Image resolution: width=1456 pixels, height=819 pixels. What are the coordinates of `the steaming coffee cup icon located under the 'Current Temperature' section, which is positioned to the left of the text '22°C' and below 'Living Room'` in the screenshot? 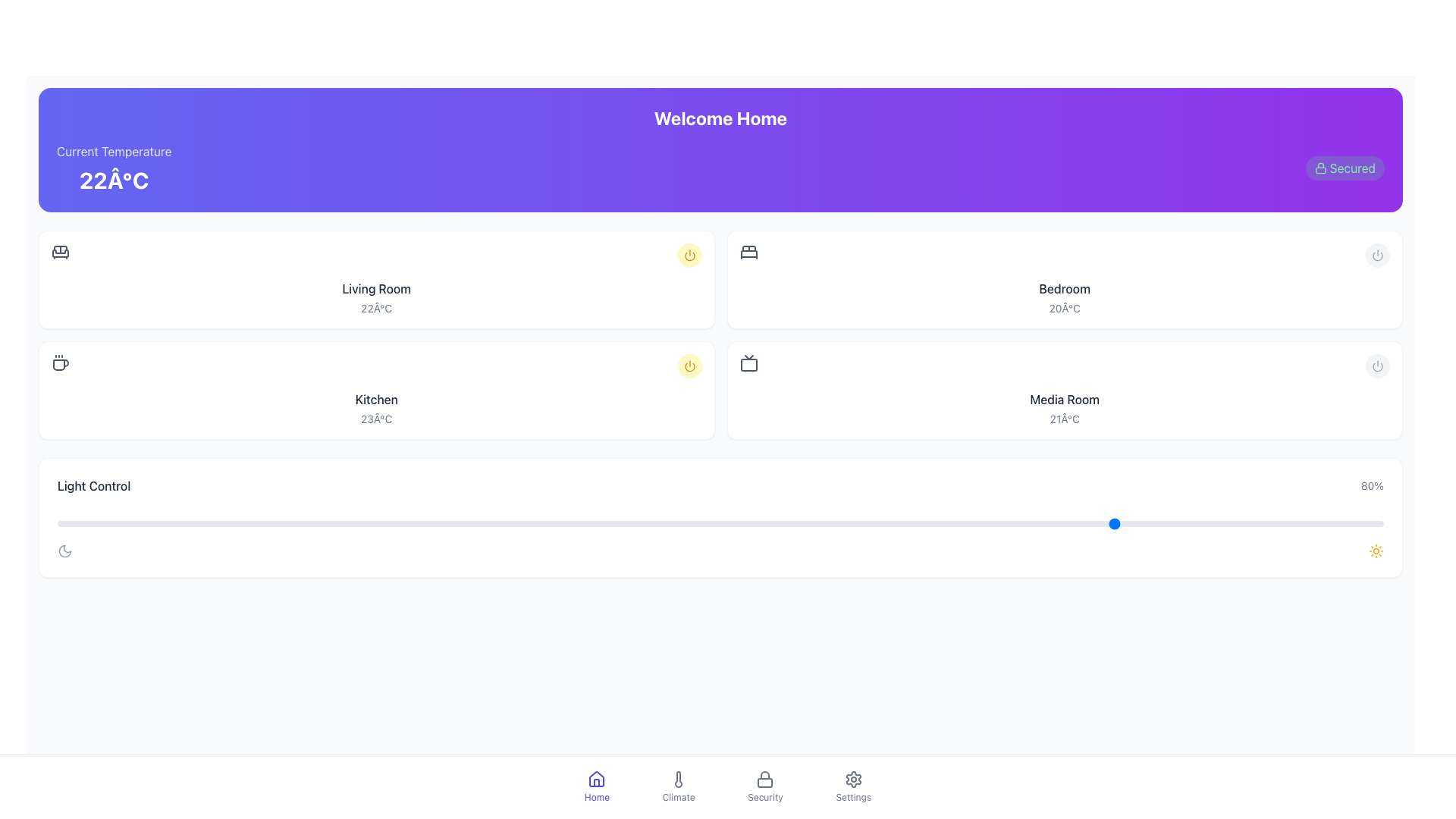 It's located at (61, 362).